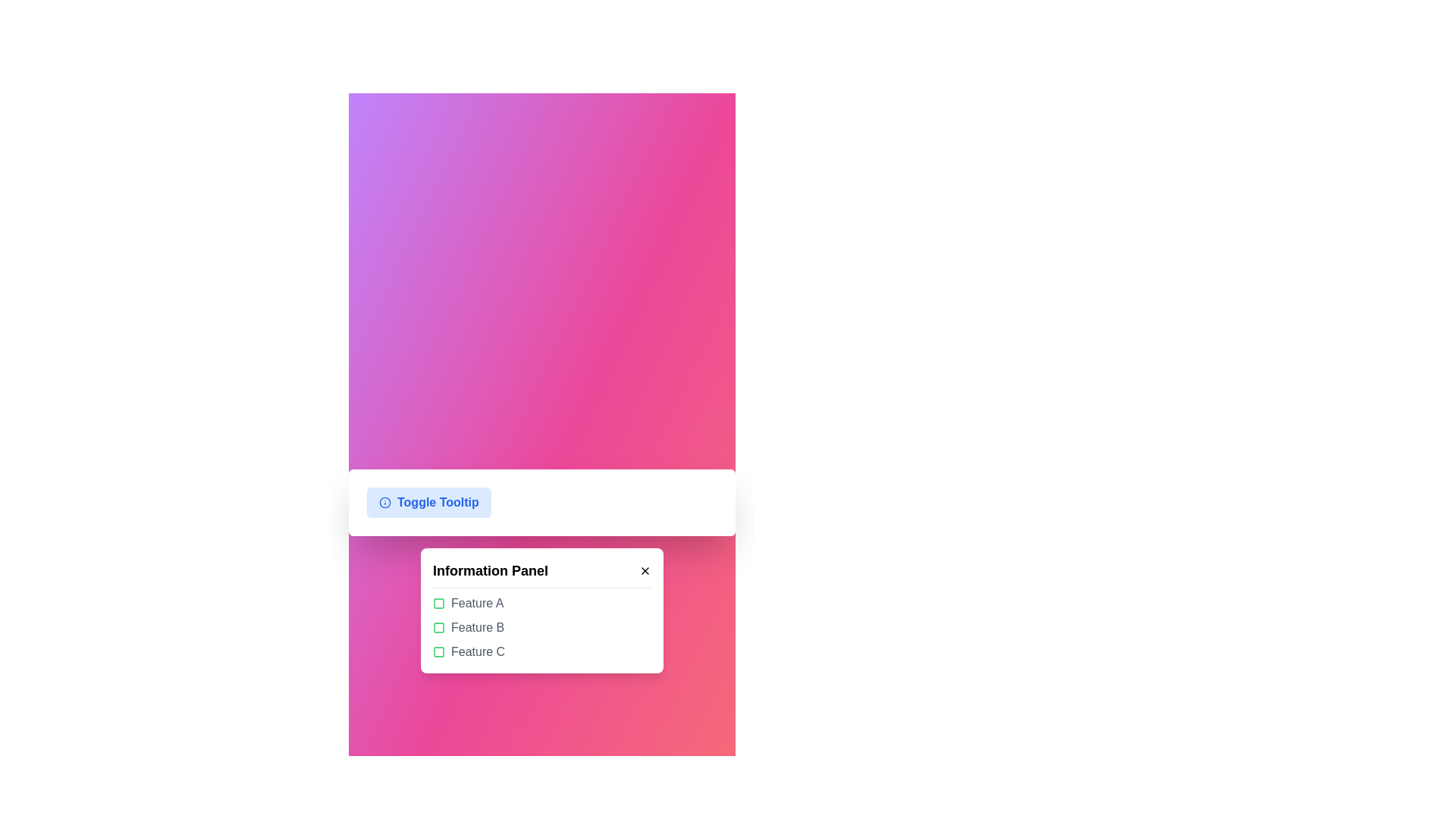 Image resolution: width=1456 pixels, height=819 pixels. What do you see at coordinates (438, 628) in the screenshot?
I see `the icon representing 'Feature B', located to the left of the text label 'Feature B' in the option list` at bounding box center [438, 628].